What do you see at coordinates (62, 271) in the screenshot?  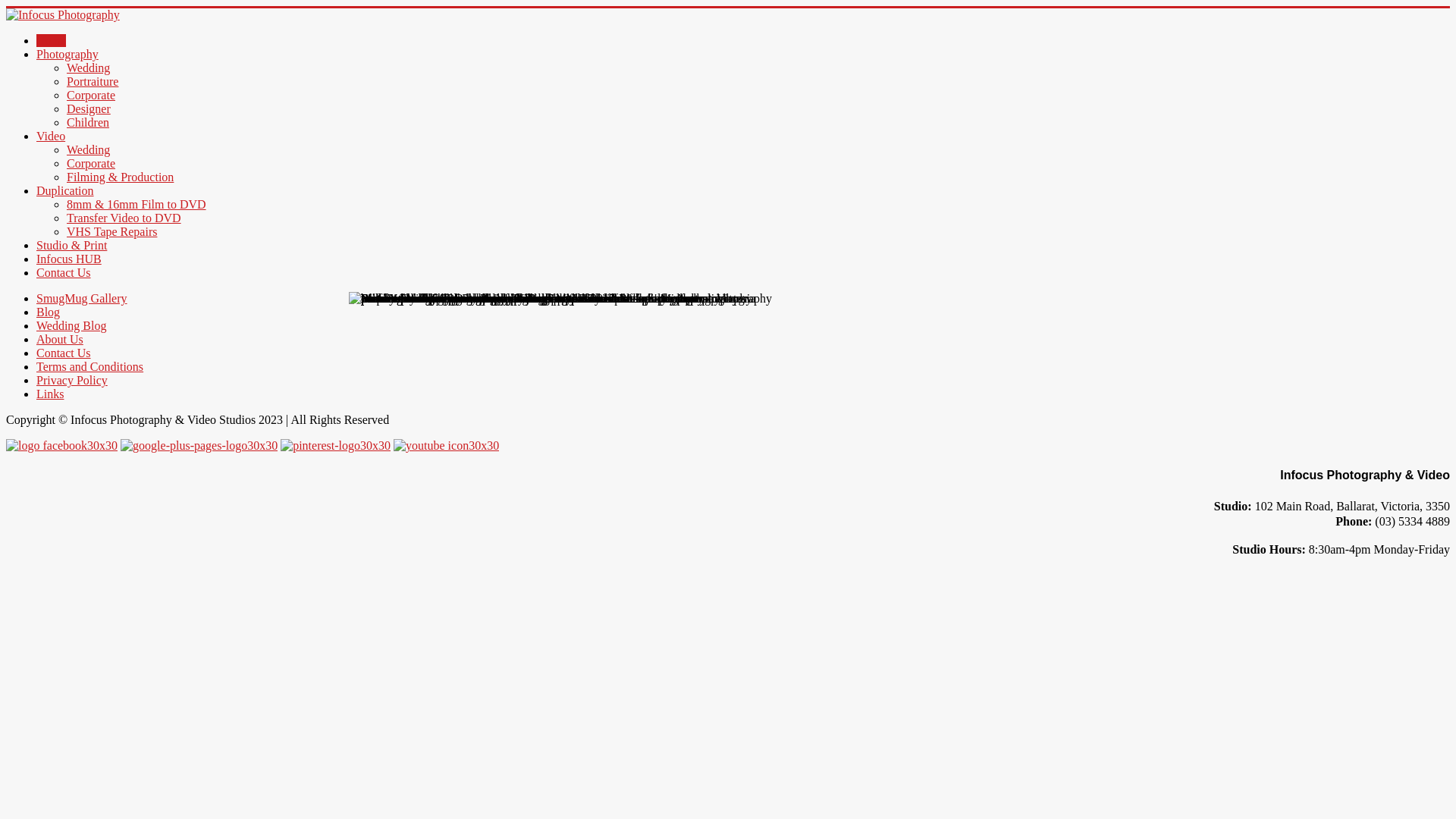 I see `'Contact Us'` at bounding box center [62, 271].